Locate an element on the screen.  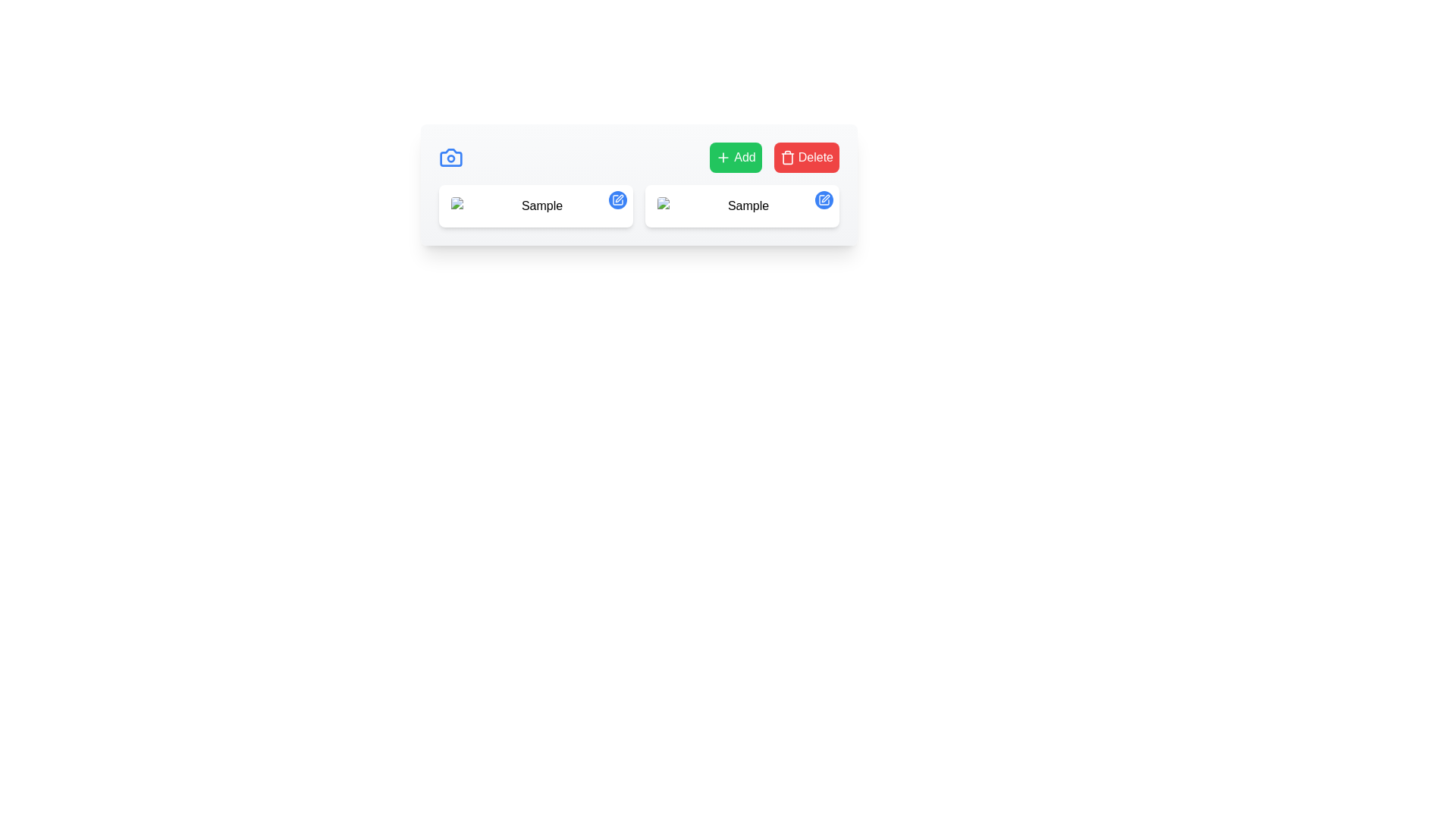
the camera icon button located at the top-left of the control bar, which is distinctively positioned away from the 'Add' and 'Delete' buttons to initiate the camera feature is located at coordinates (450, 158).